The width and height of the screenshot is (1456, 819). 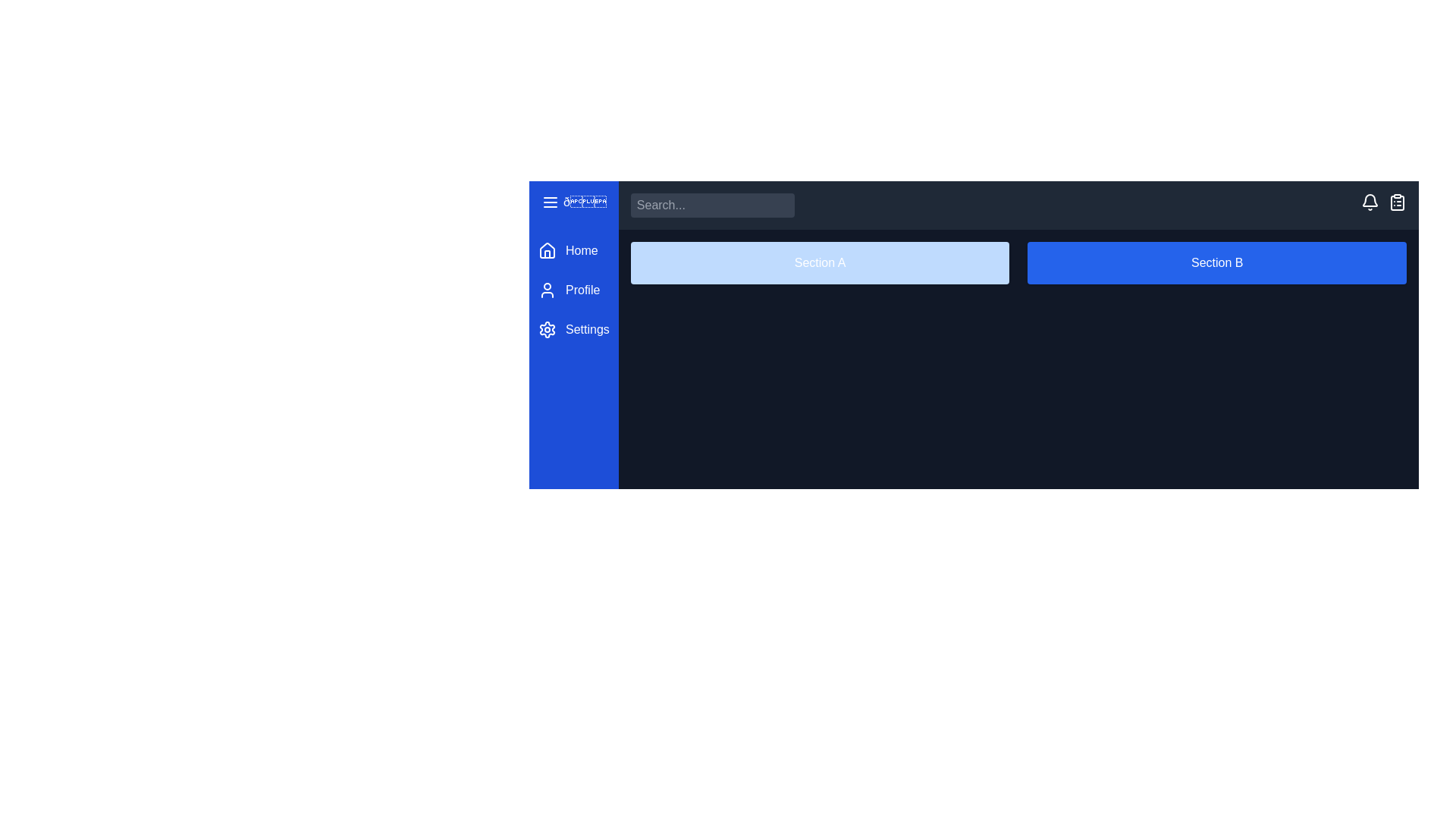 I want to click on the 'Home' navigation menu entry with a blue background and a white house icon, so click(x=573, y=250).